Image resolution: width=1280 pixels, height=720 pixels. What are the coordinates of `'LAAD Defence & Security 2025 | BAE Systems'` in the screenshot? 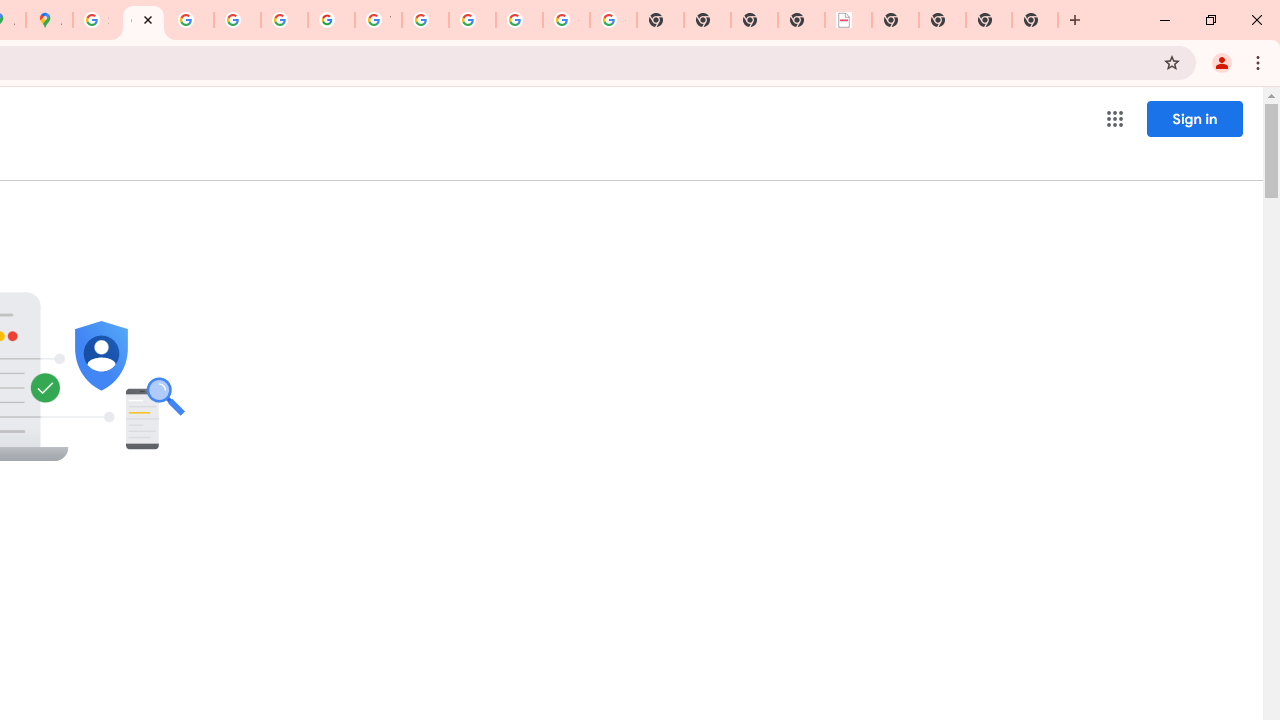 It's located at (848, 20).